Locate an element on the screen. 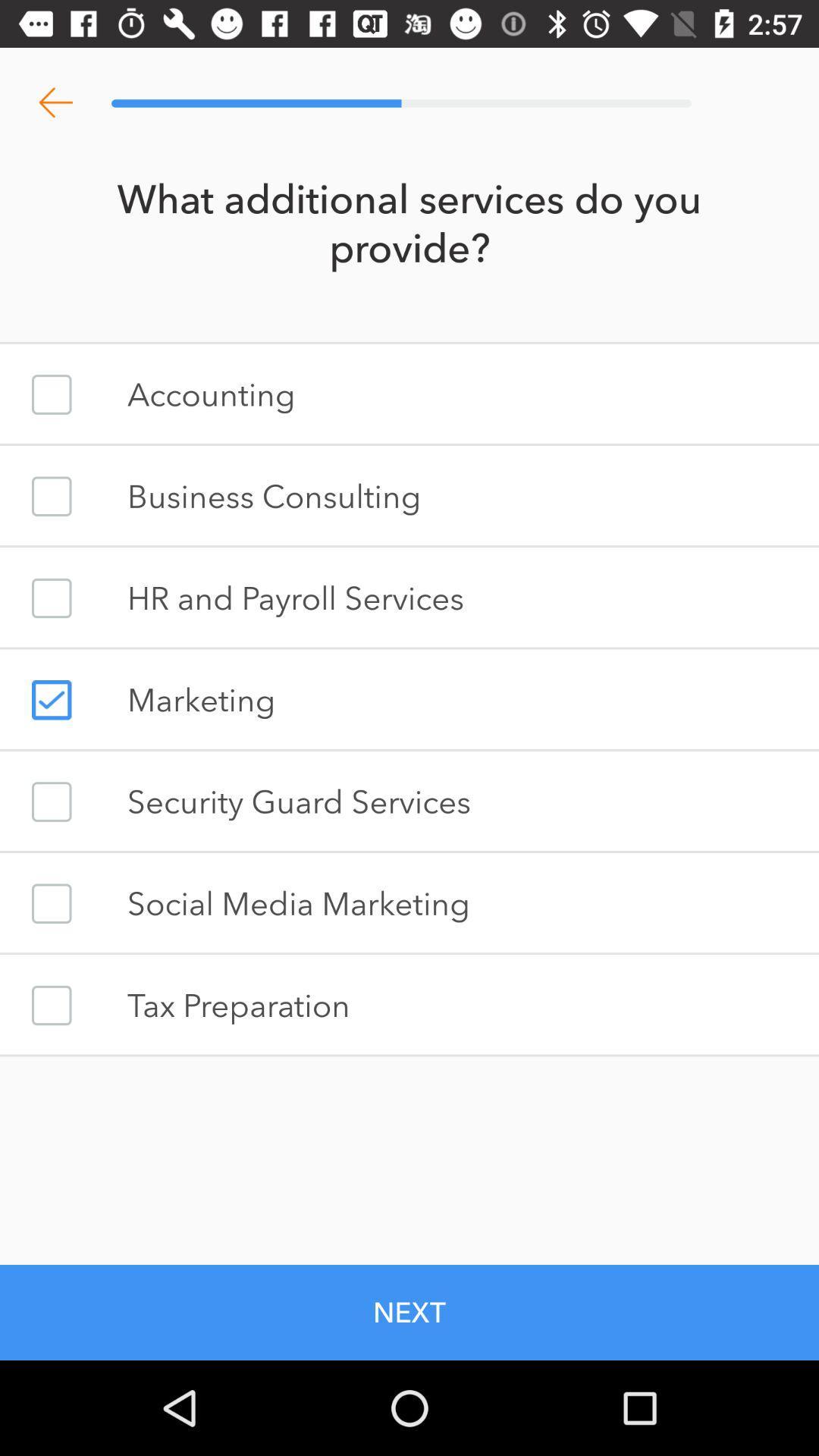  accounting button is located at coordinates (51, 394).